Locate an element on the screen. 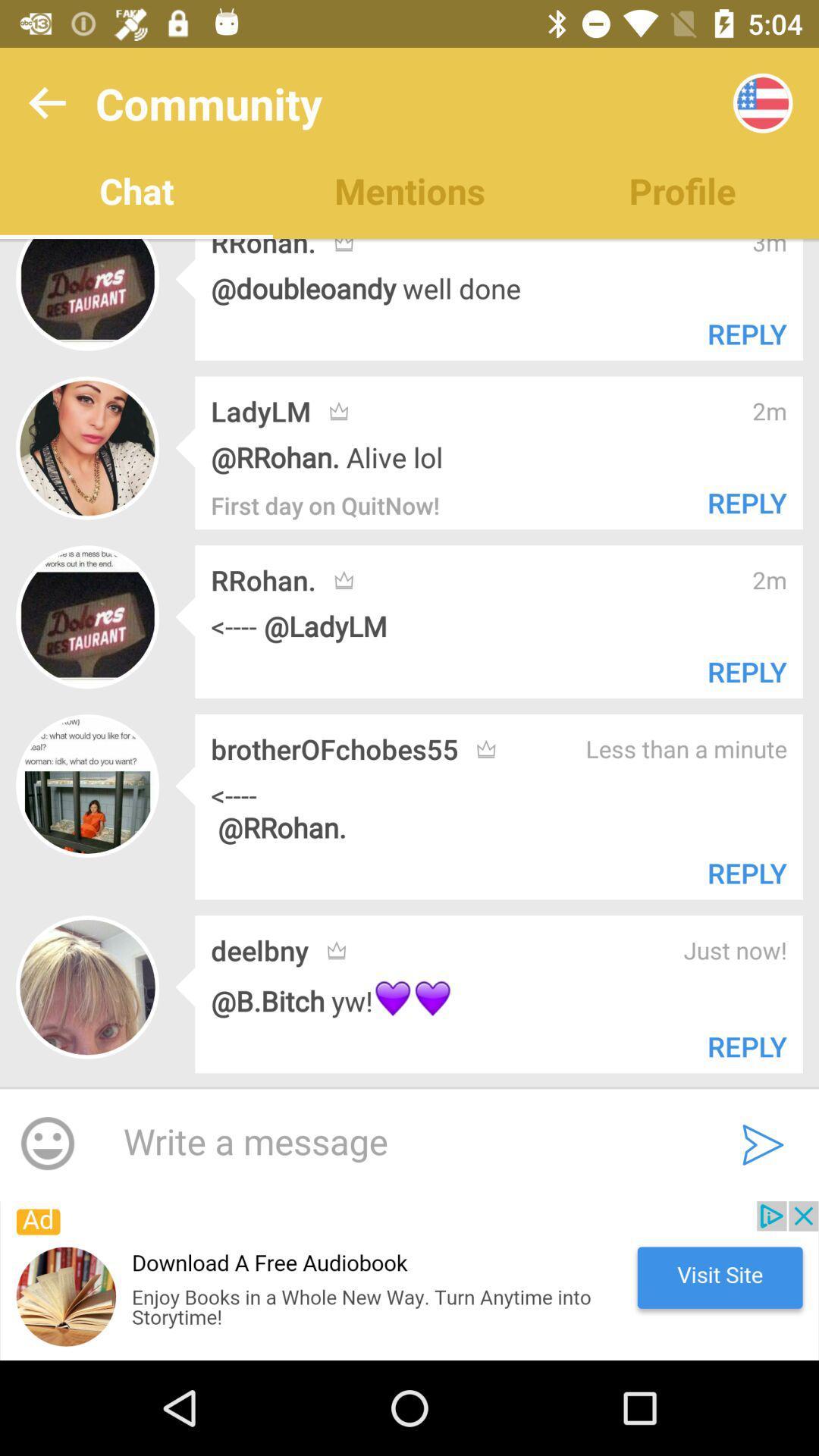 The image size is (819, 1456). choose emoji is located at coordinates (46, 1144).